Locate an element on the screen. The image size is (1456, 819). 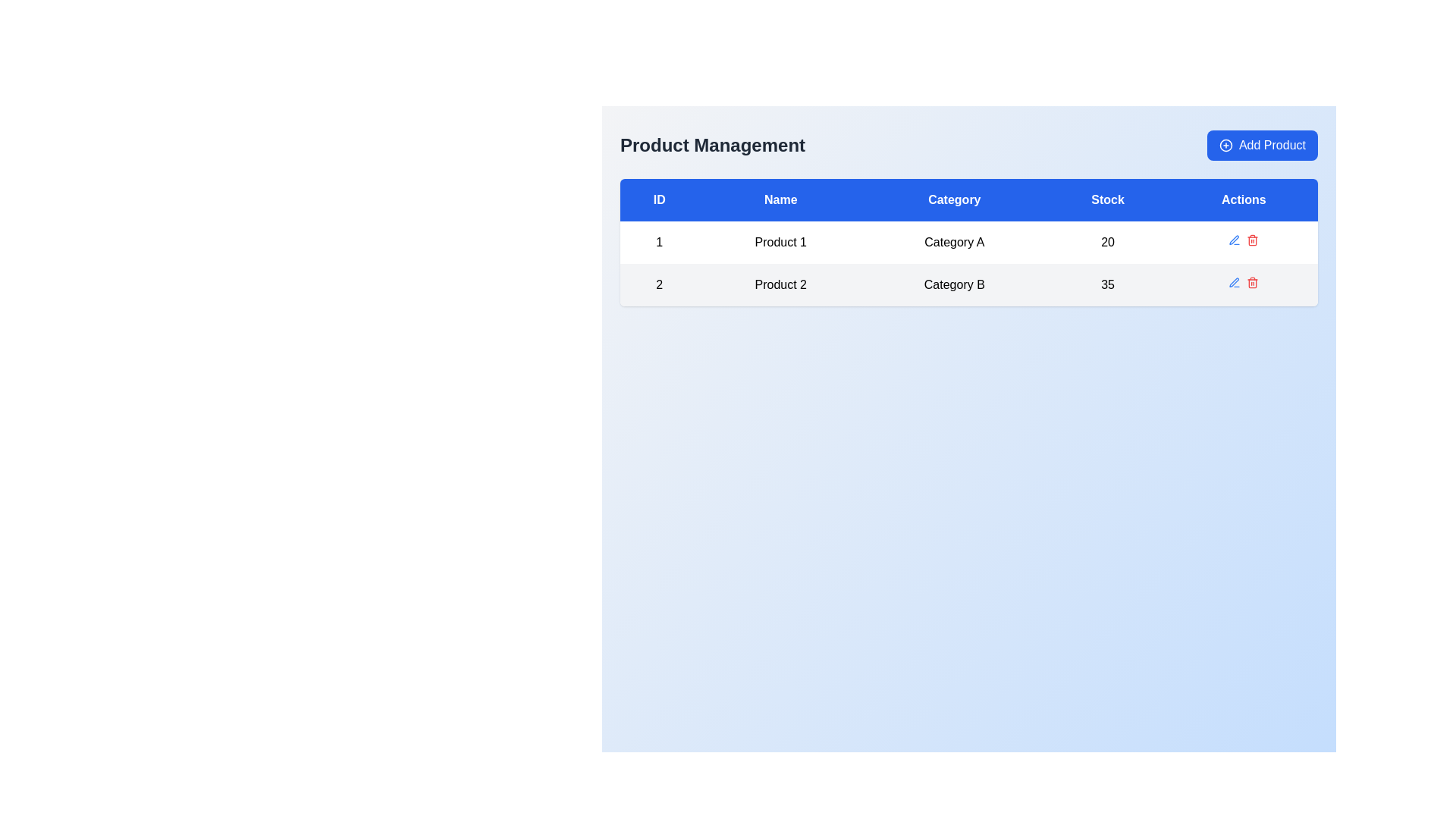
the text label displaying 'Category A' in black font, which is located in the third column and first row of the table is located at coordinates (953, 242).